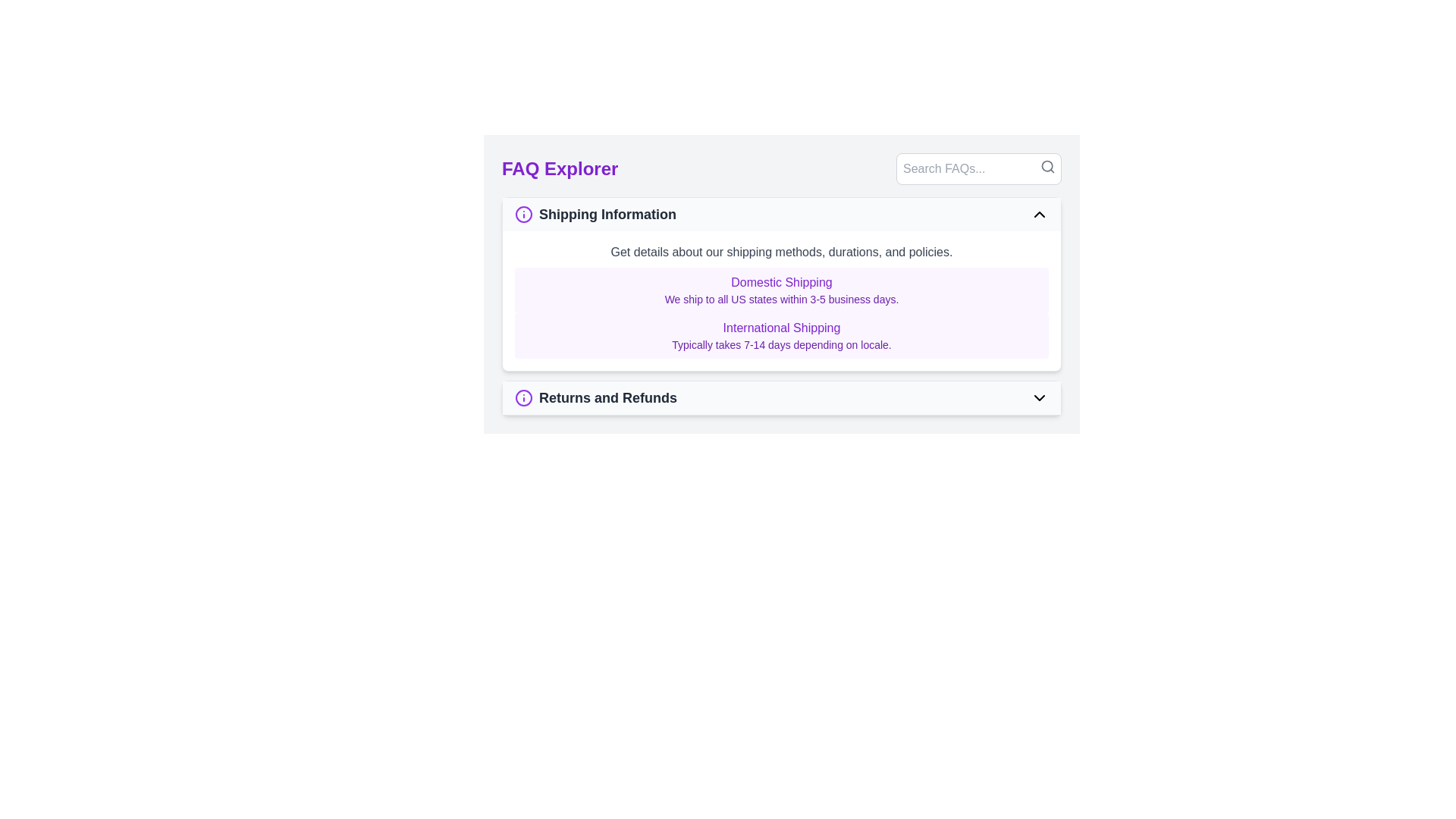 This screenshot has height=819, width=1456. I want to click on the Text Label that serves as a subheading for international shipping policies, located within the 'Shipping Information' section, so click(782, 327).